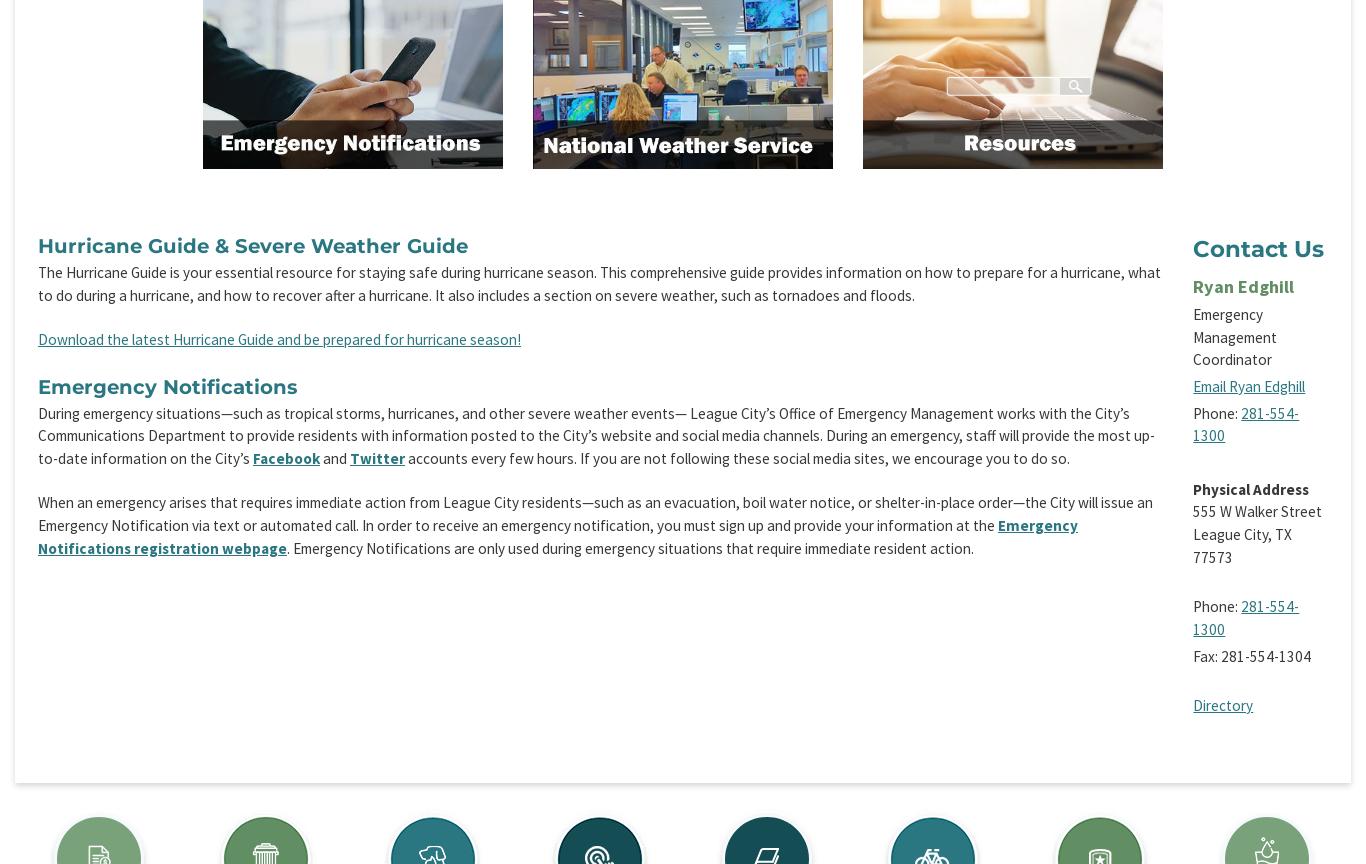 Image resolution: width=1366 pixels, height=864 pixels. Describe the element at coordinates (628, 546) in the screenshot. I see `'. Emergency Notifications are only used during emergency situations that require immediate resident action.'` at that location.